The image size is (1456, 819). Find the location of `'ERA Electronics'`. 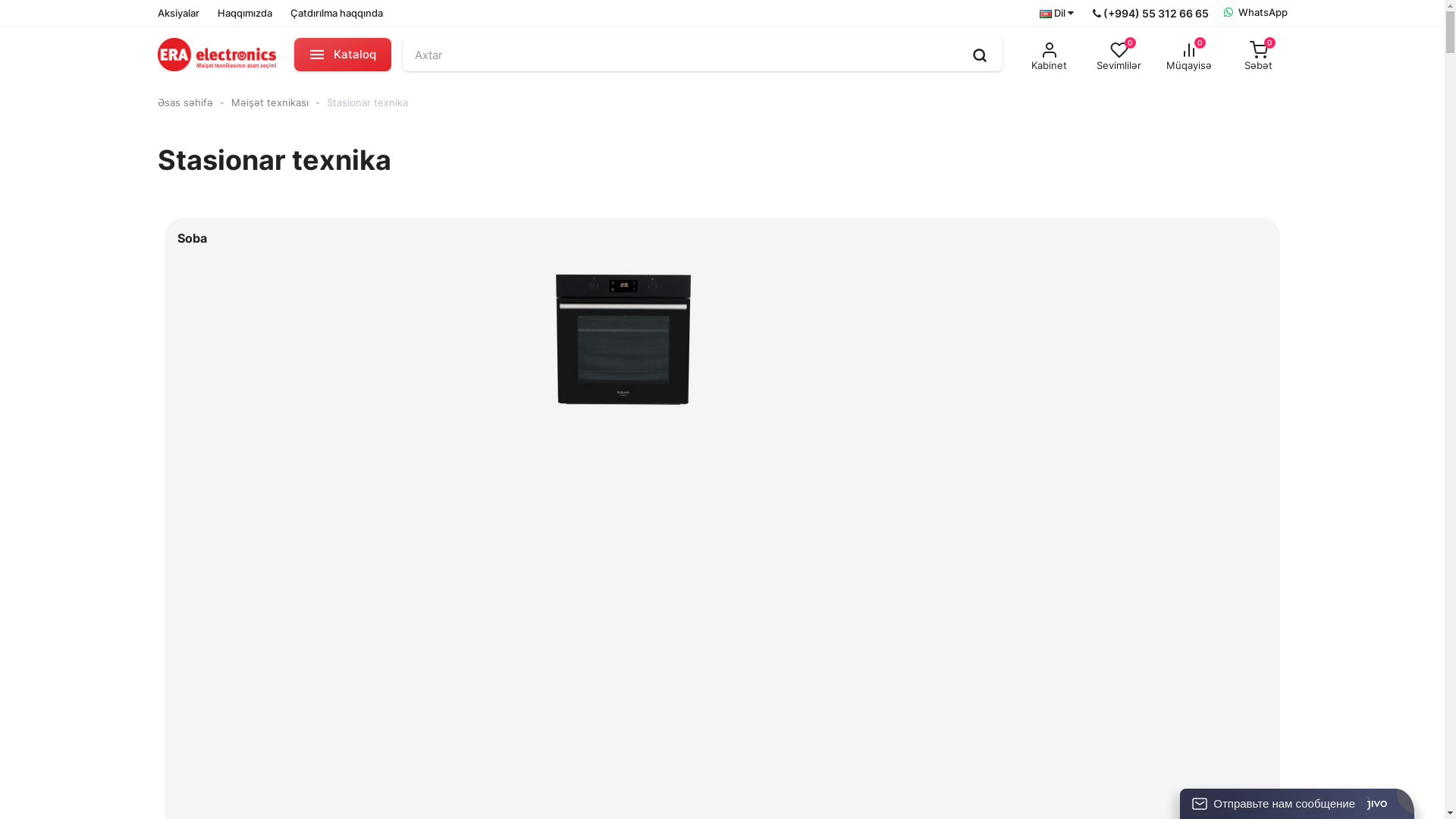

'ERA Electronics' is located at coordinates (216, 54).